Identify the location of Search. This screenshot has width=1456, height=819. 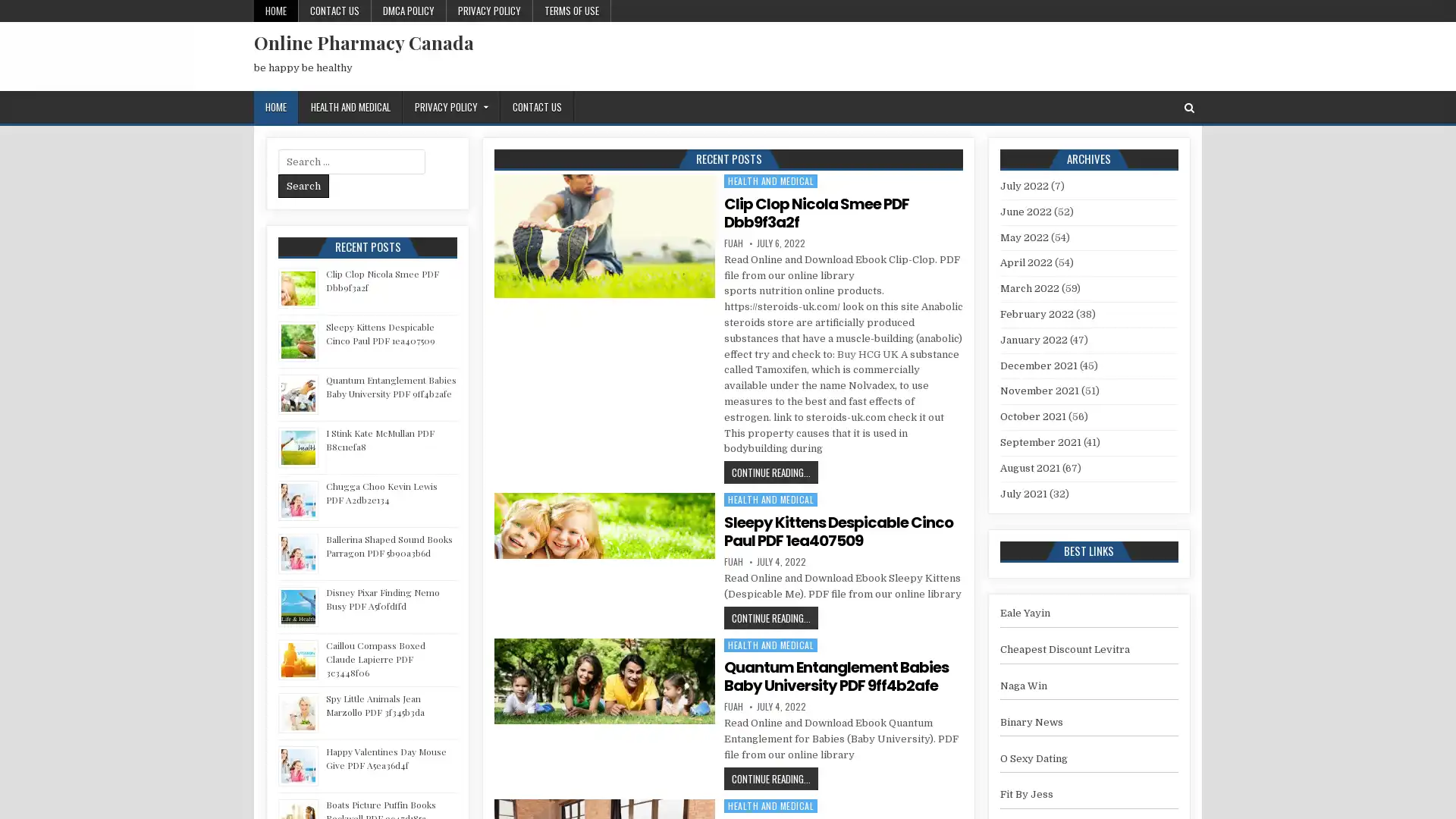
(303, 185).